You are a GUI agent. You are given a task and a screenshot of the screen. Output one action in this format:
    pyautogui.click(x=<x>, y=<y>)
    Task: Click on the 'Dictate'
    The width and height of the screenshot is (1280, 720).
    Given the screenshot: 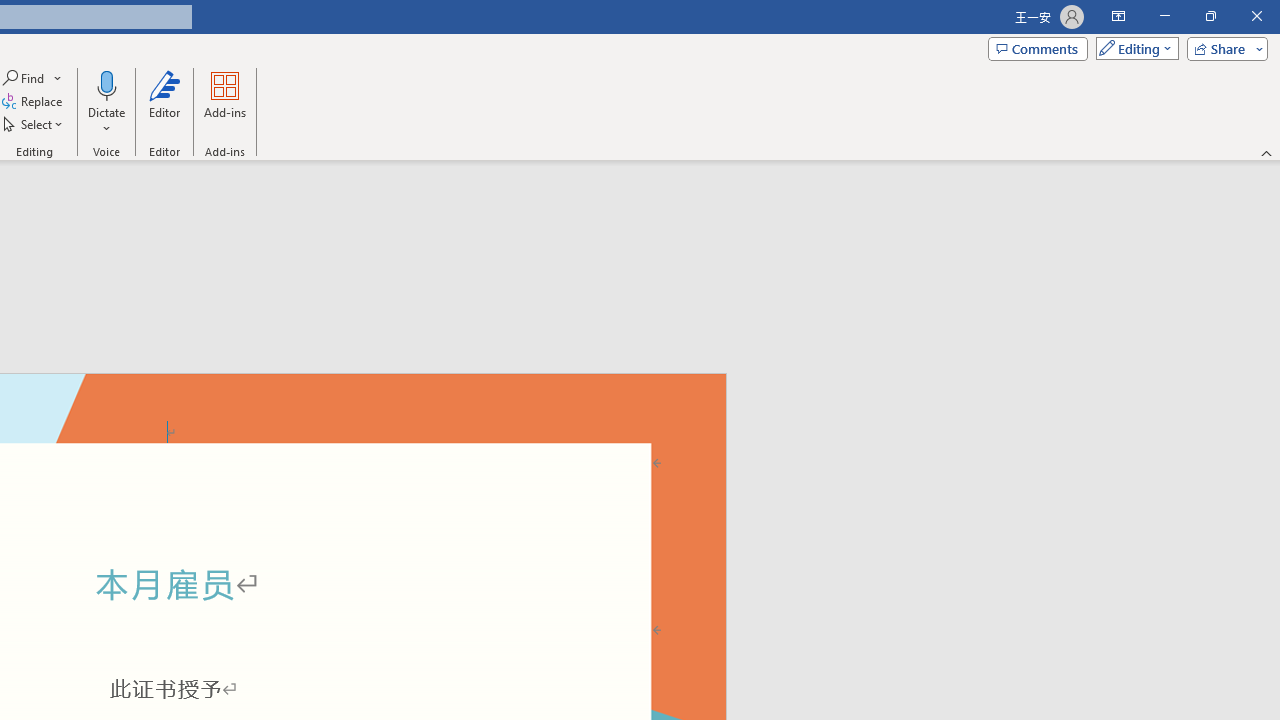 What is the action you would take?
    pyautogui.click(x=105, y=84)
    